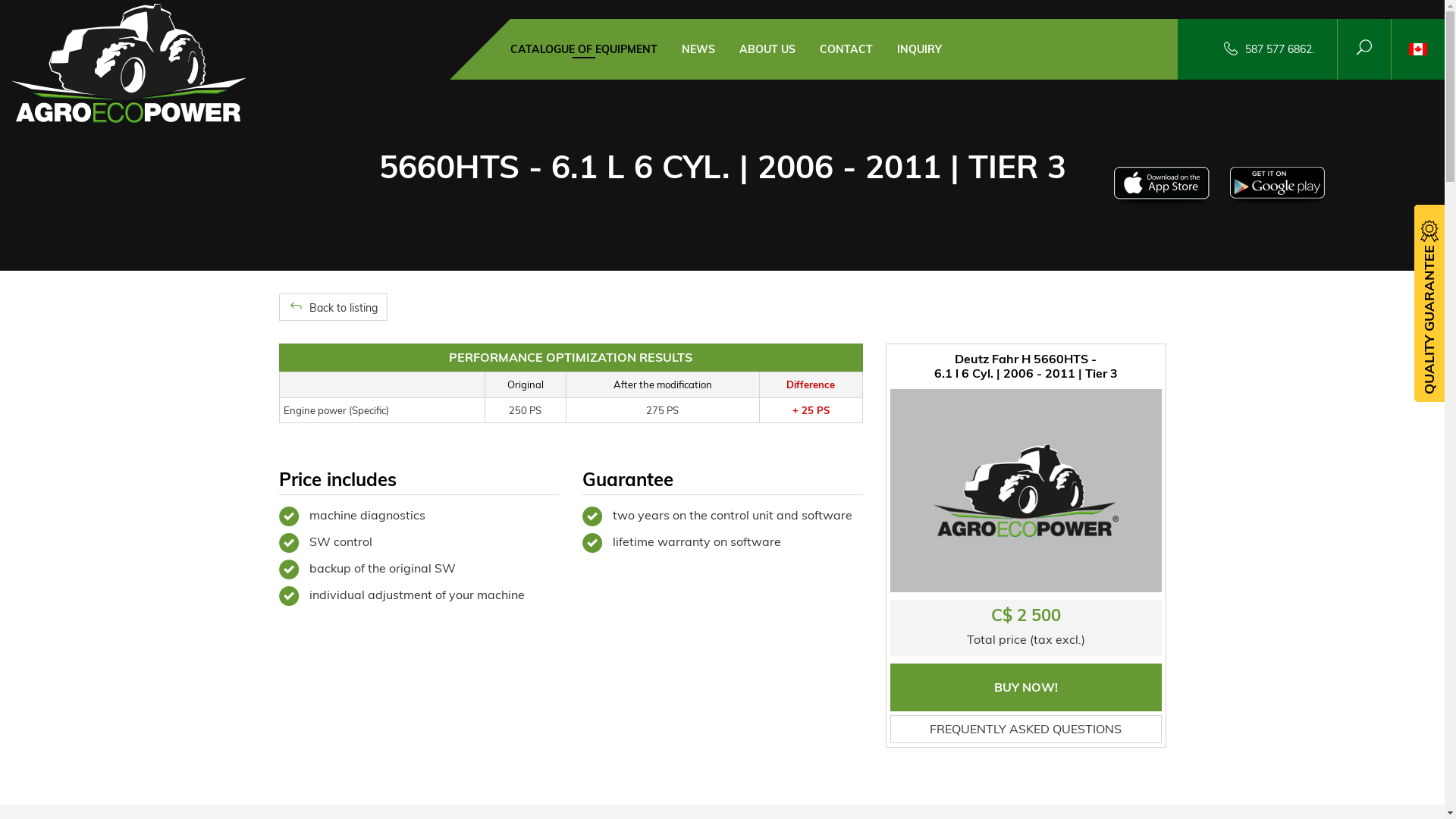 This screenshot has height=819, width=1456. I want to click on '587 577 6862.', so click(1279, 49).